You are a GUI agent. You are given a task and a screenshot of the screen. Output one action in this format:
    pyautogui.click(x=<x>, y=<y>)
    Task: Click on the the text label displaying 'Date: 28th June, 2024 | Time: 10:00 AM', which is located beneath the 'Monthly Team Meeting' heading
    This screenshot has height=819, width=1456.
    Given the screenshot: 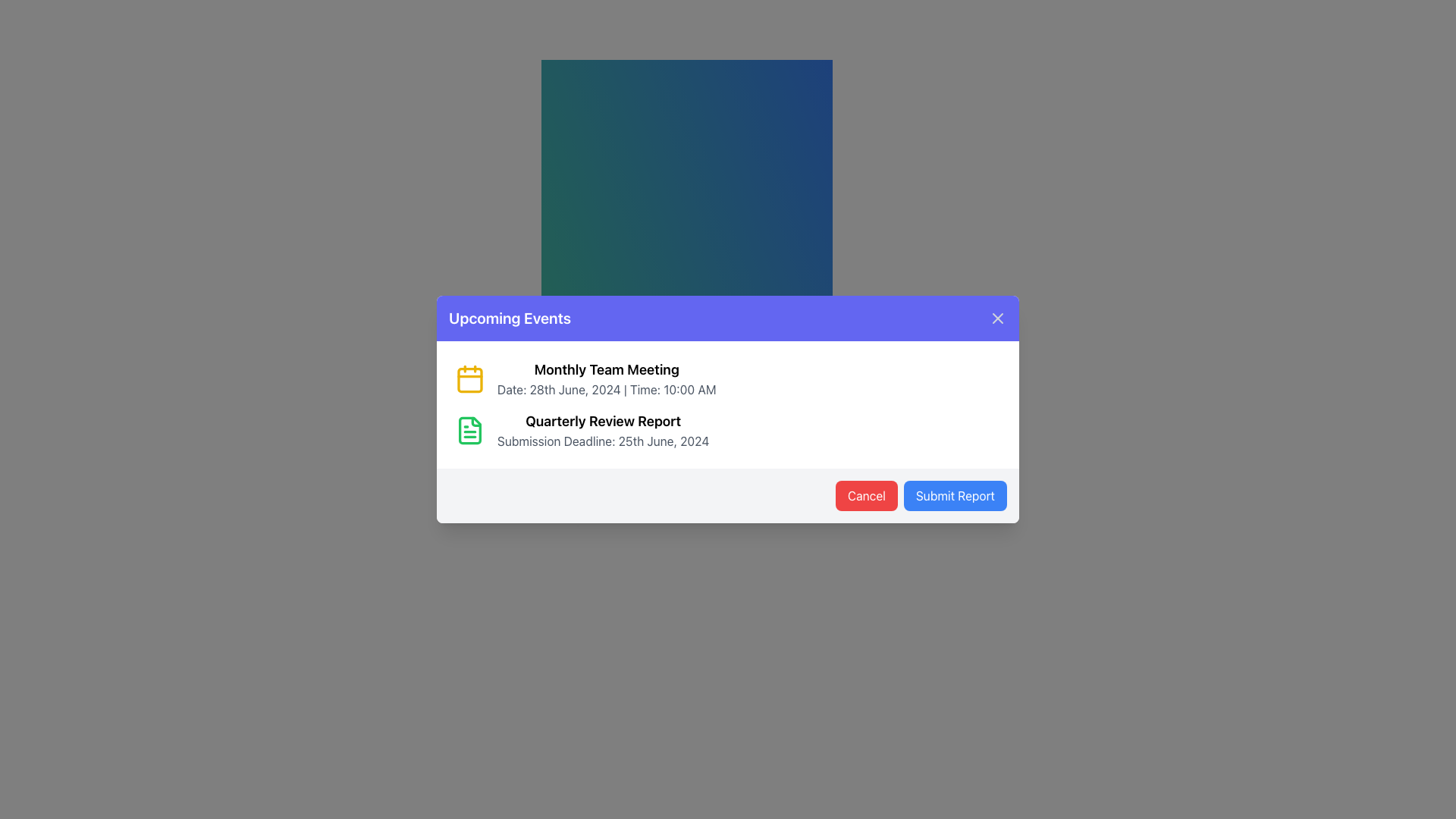 What is the action you would take?
    pyautogui.click(x=607, y=388)
    